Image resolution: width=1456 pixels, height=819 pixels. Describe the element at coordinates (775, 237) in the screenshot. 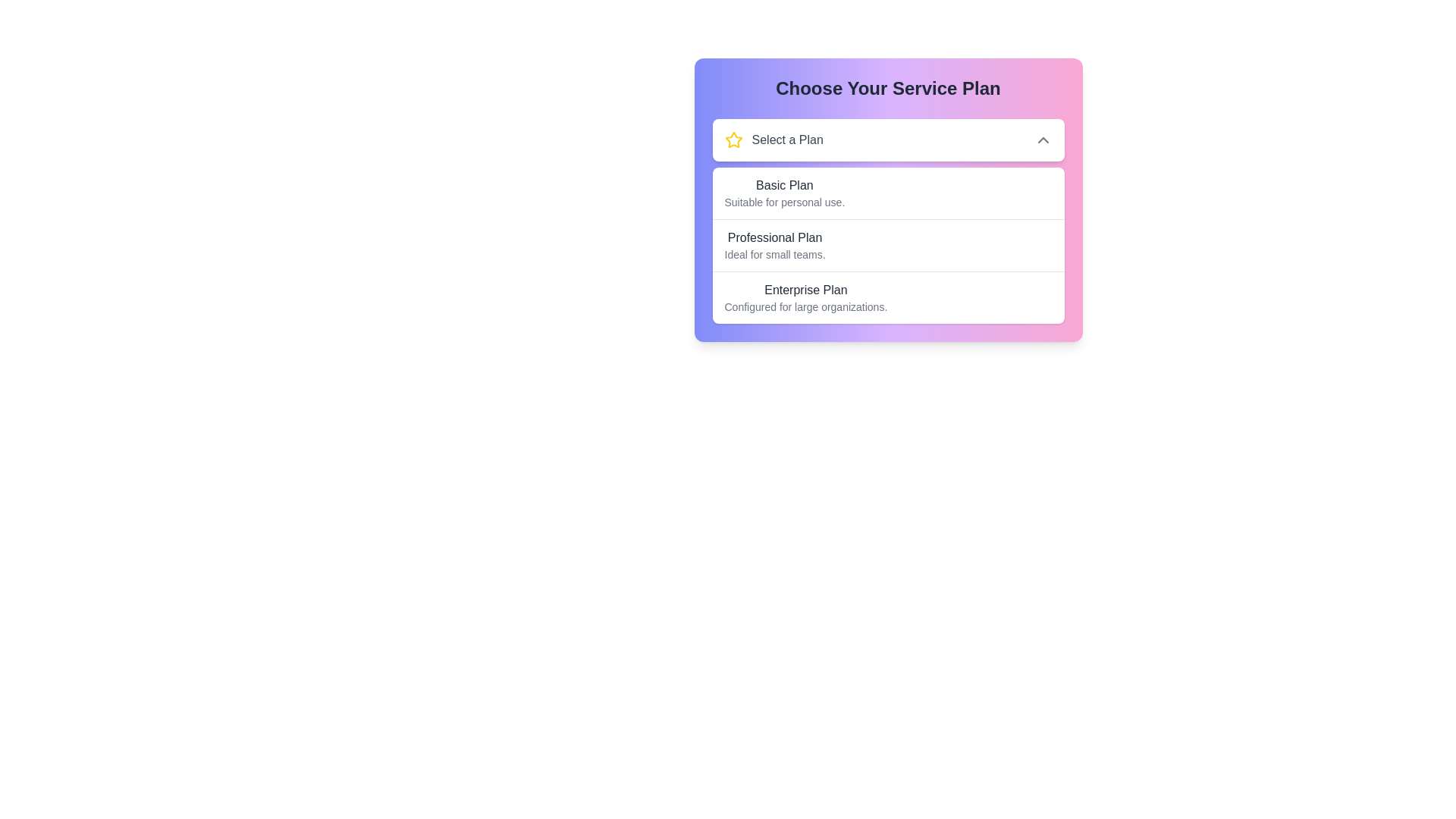

I see `text content of the 'Professional Plan' label located in the dropdown menu of service plans, positioned between 'Basic Plan' and 'Enterprise Plan'` at that location.